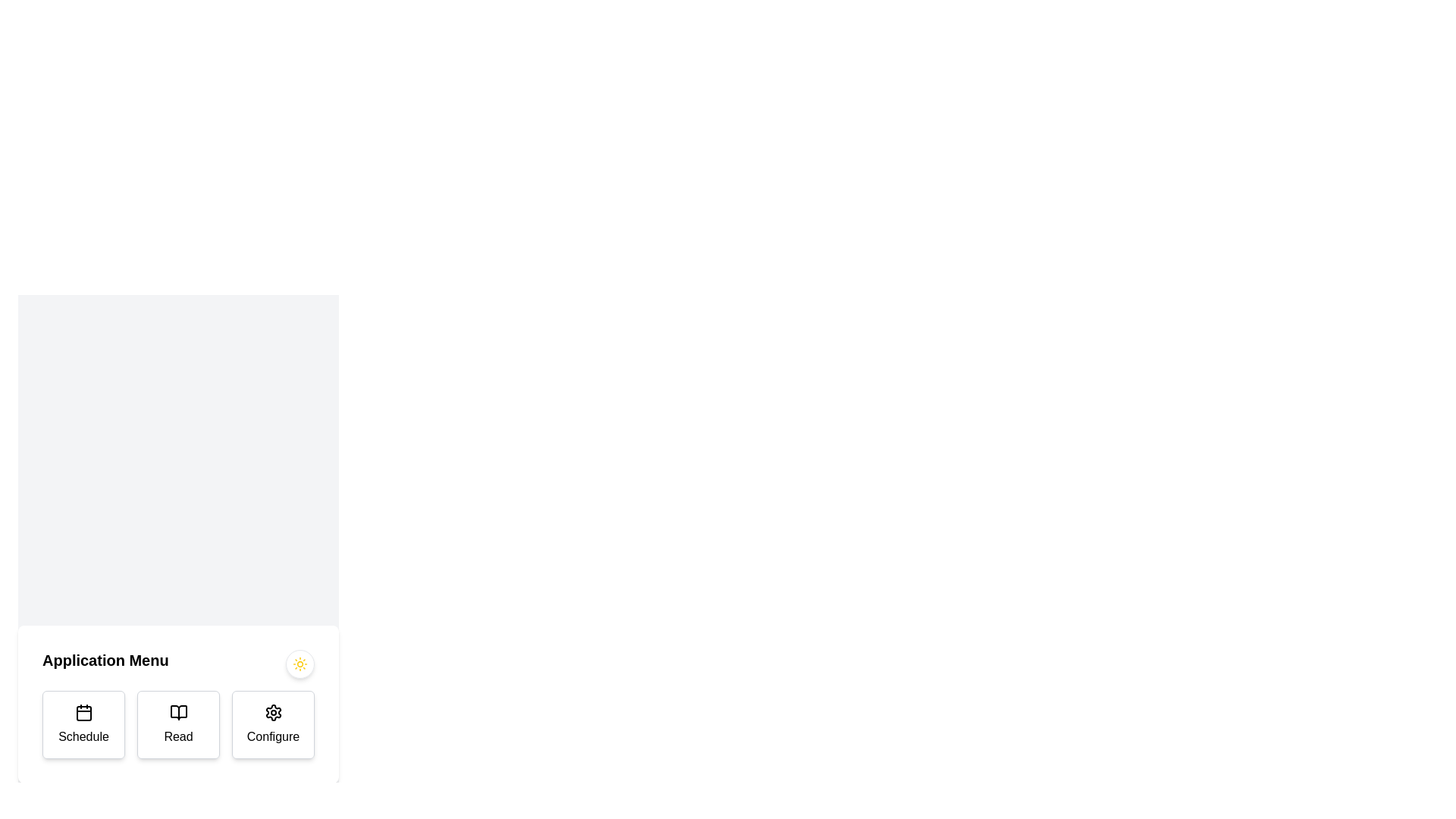 The height and width of the screenshot is (819, 1456). What do you see at coordinates (273, 713) in the screenshot?
I see `the circular gear icon with a hollow center, outlined in black, which is positioned above the 'Configure' text label in the bottom-right corner of the Application Menu` at bounding box center [273, 713].